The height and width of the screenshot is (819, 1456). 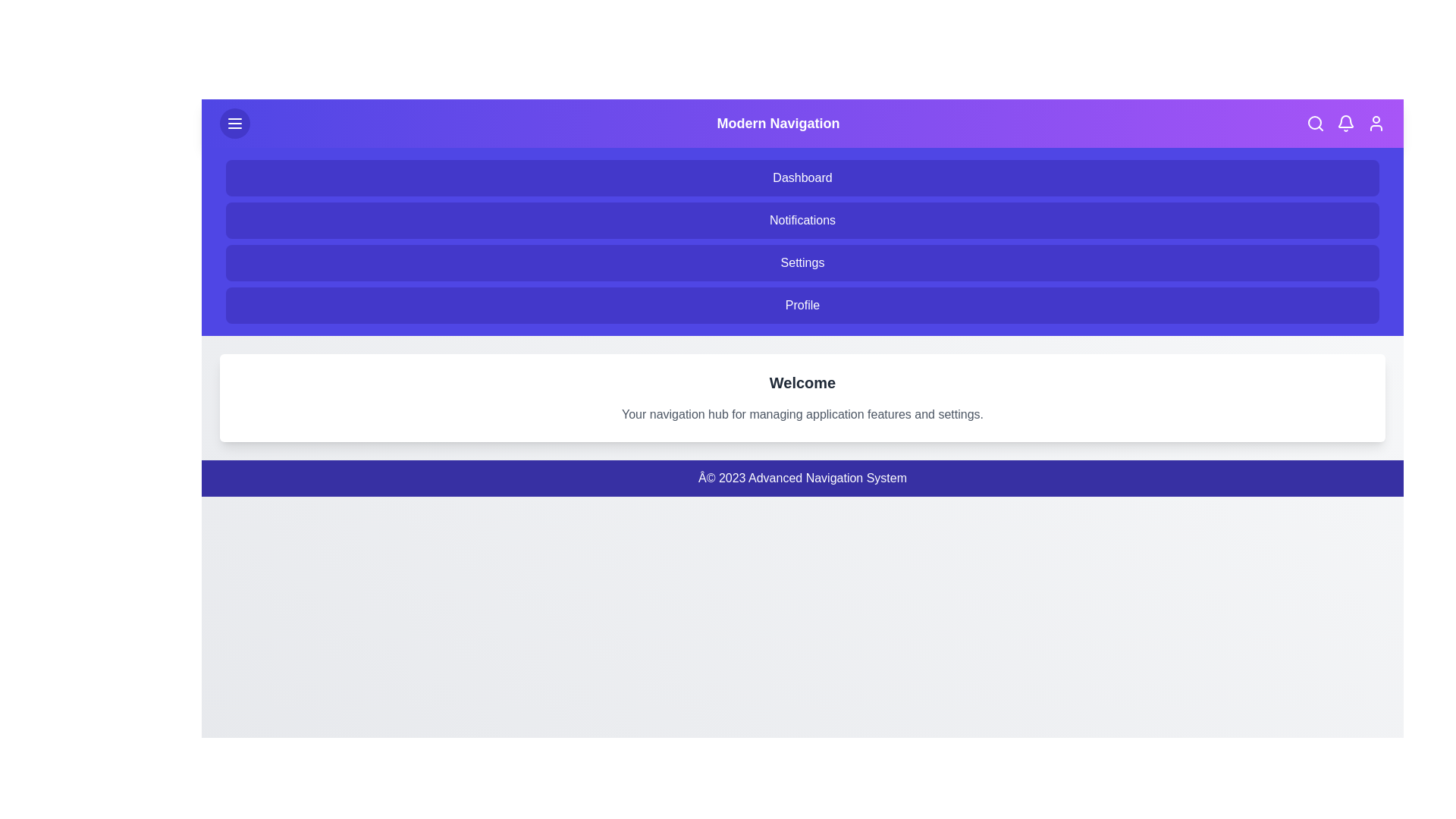 What do you see at coordinates (802, 220) in the screenshot?
I see `the 'Notifications' menu item` at bounding box center [802, 220].